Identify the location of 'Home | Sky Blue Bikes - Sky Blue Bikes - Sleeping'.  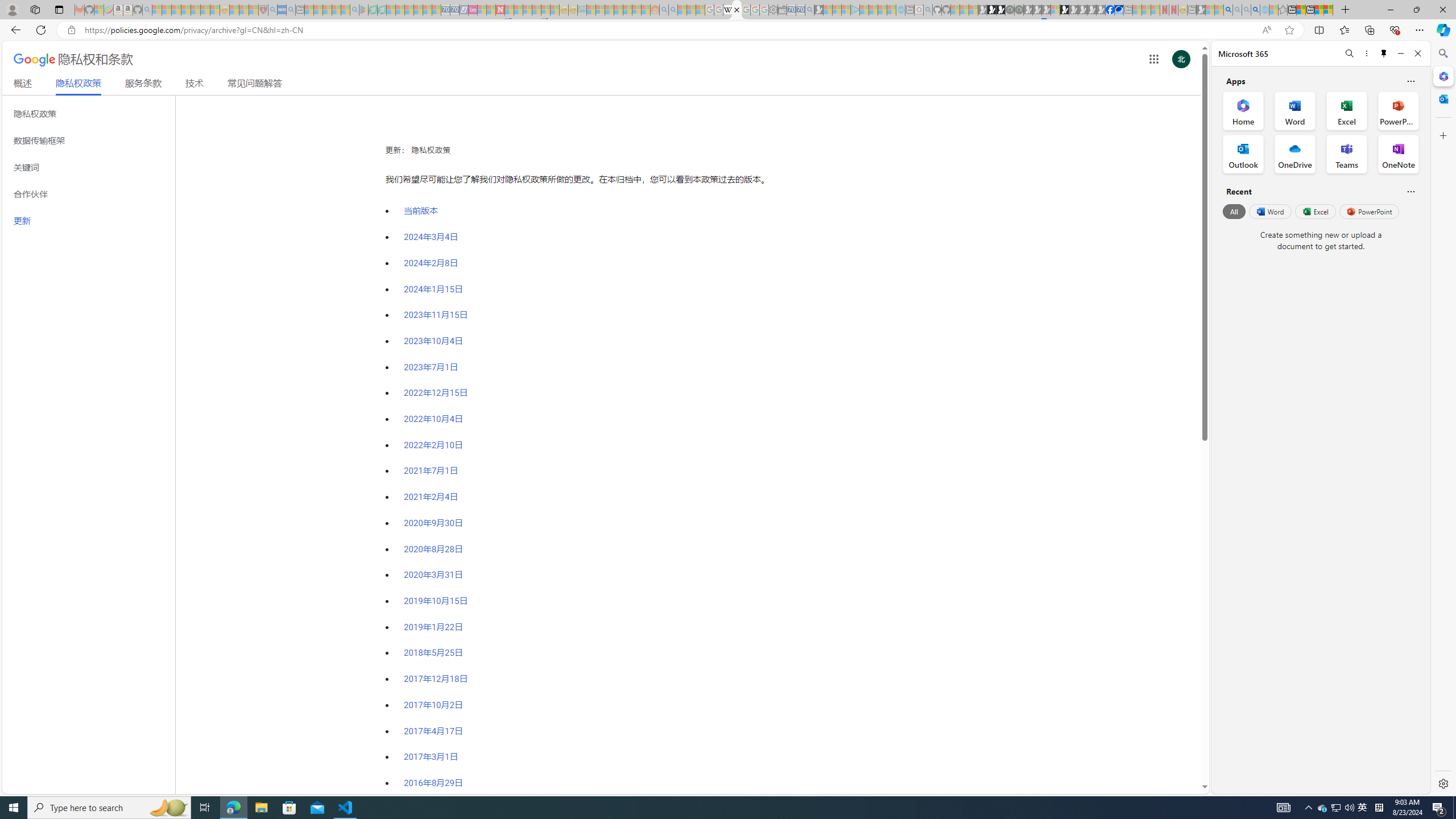
(900, 9).